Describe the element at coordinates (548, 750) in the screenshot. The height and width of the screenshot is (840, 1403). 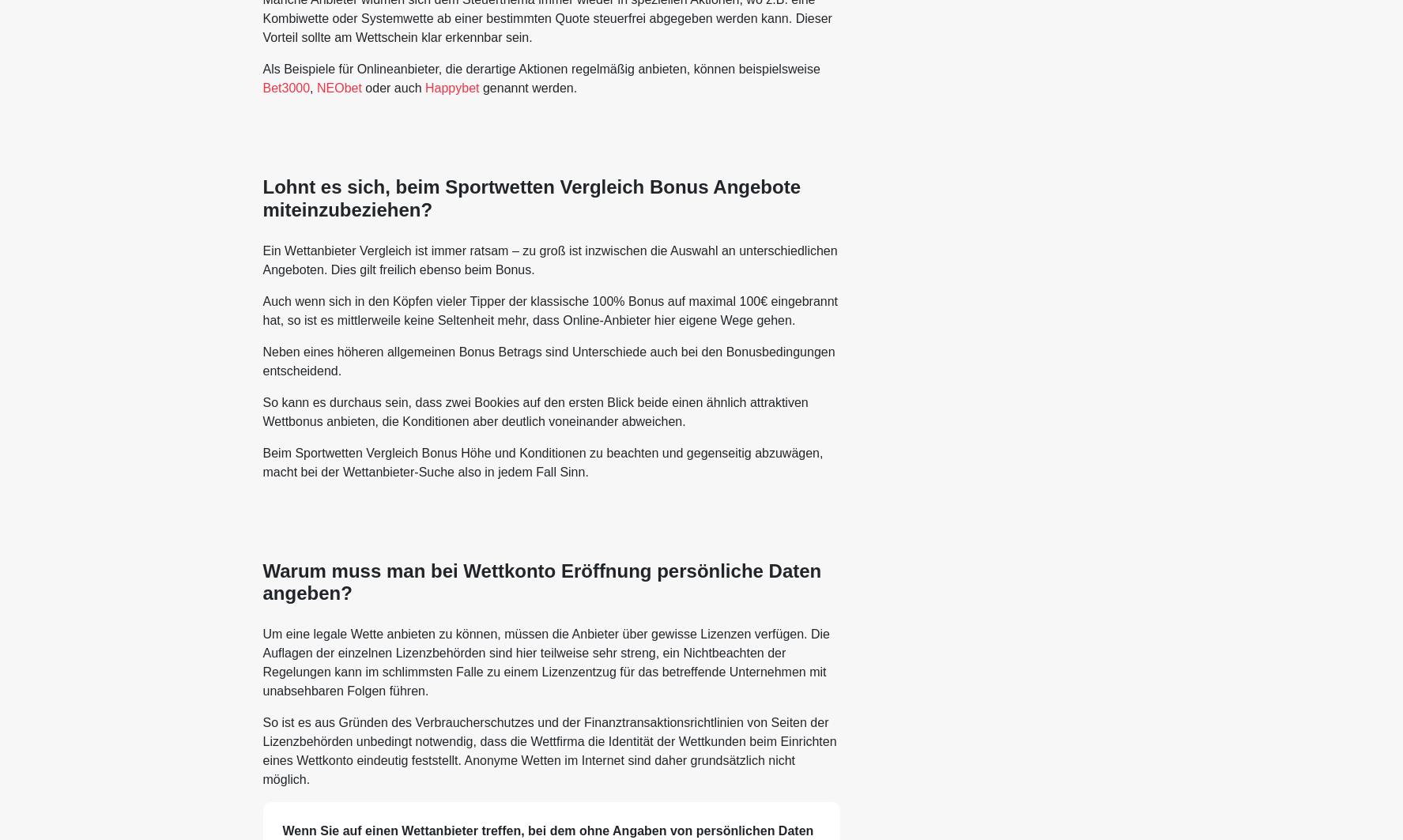
I see `'So ist es aus Gründen des Verbraucherschutzes und der Finanztransaktionsrichtlinien von Seiten der Lizenzbehörden unbedingt notwendig, dass die Wettfirma die Identität der Wettkunden beim Einrichten eines Wettkonto eindeutig feststellt. Anonyme Wetten im Internet sind daher grundsätzlich nicht möglich.'` at that location.